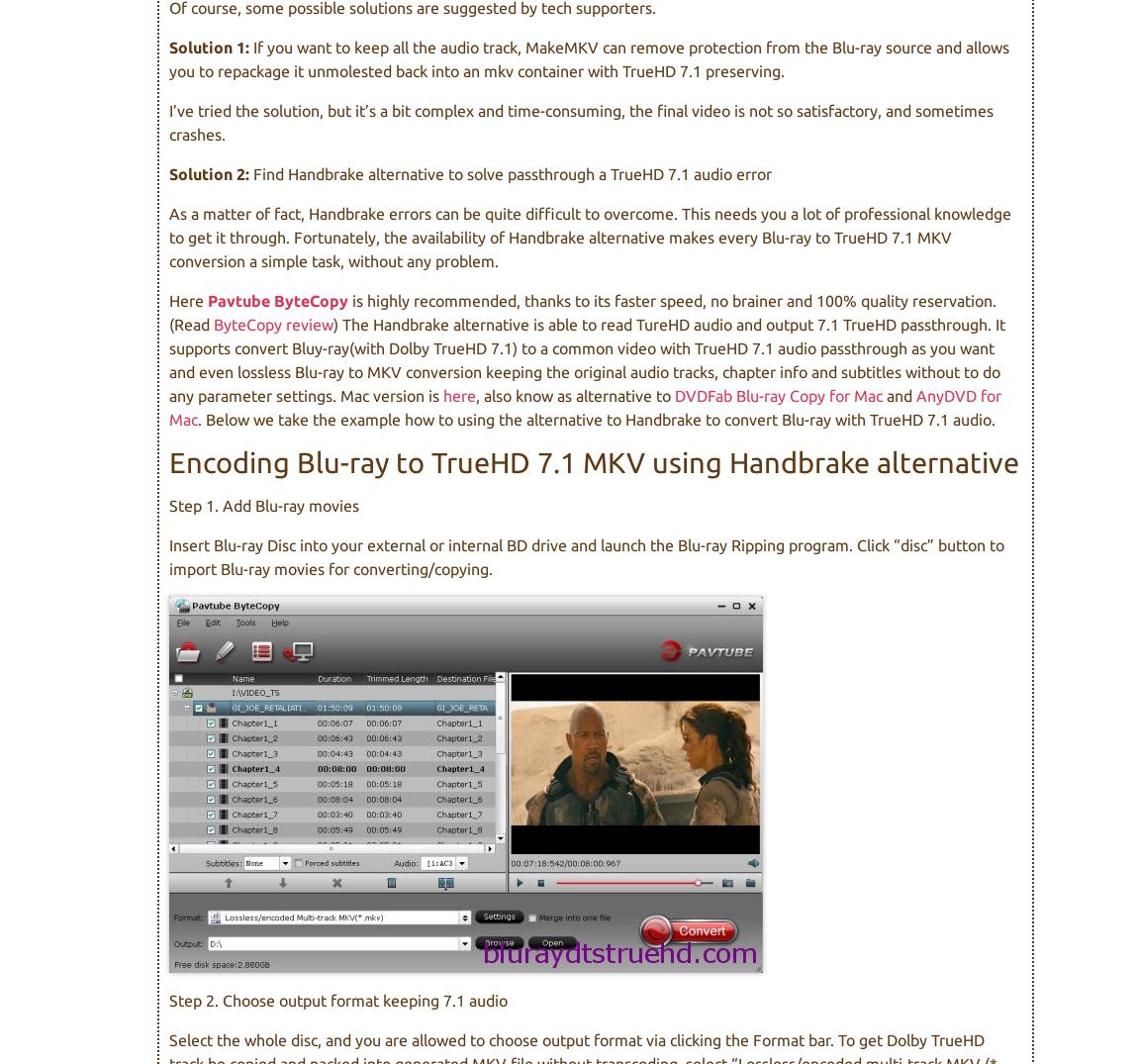  What do you see at coordinates (338, 1000) in the screenshot?
I see `'Step 2. Choose output format keeping 7.1 audio'` at bounding box center [338, 1000].